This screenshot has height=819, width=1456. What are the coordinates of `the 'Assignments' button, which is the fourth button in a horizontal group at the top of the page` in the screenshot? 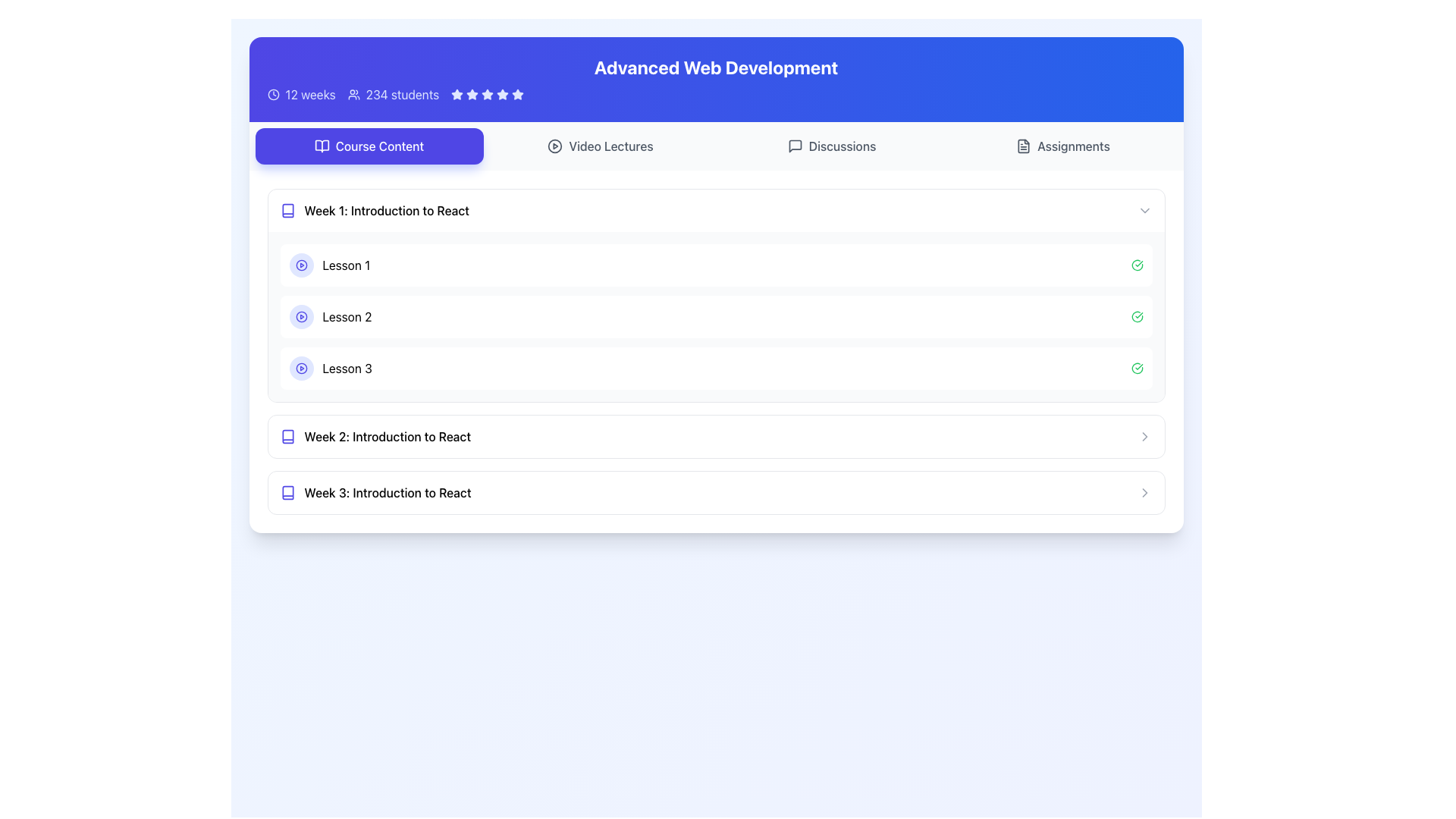 It's located at (1062, 146).